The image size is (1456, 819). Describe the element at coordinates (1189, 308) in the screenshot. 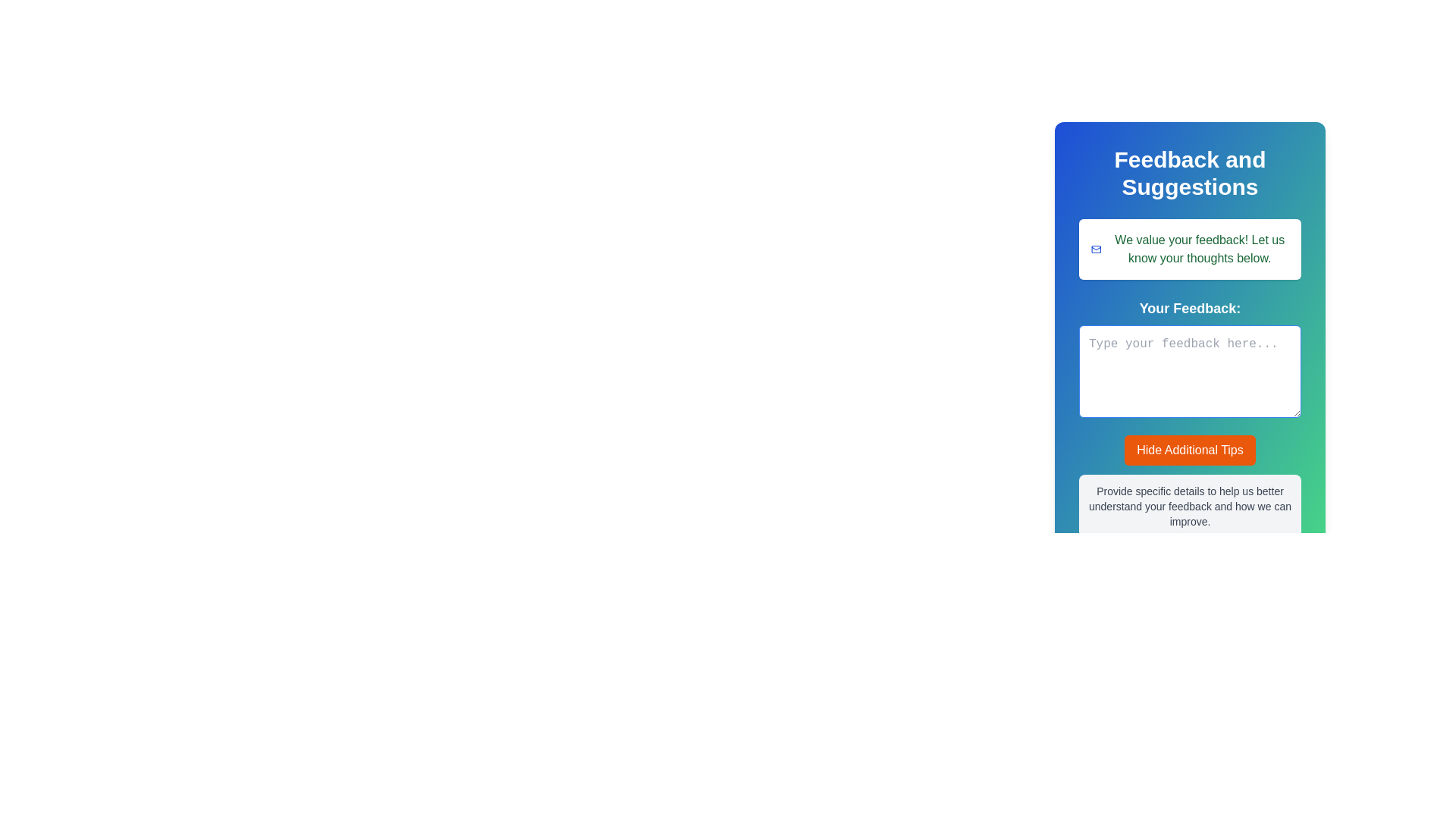

I see `the Text Label that indicates the purpose of the adjacent text area for providing feedback, which is located below the feedback section and above the text input box` at that location.